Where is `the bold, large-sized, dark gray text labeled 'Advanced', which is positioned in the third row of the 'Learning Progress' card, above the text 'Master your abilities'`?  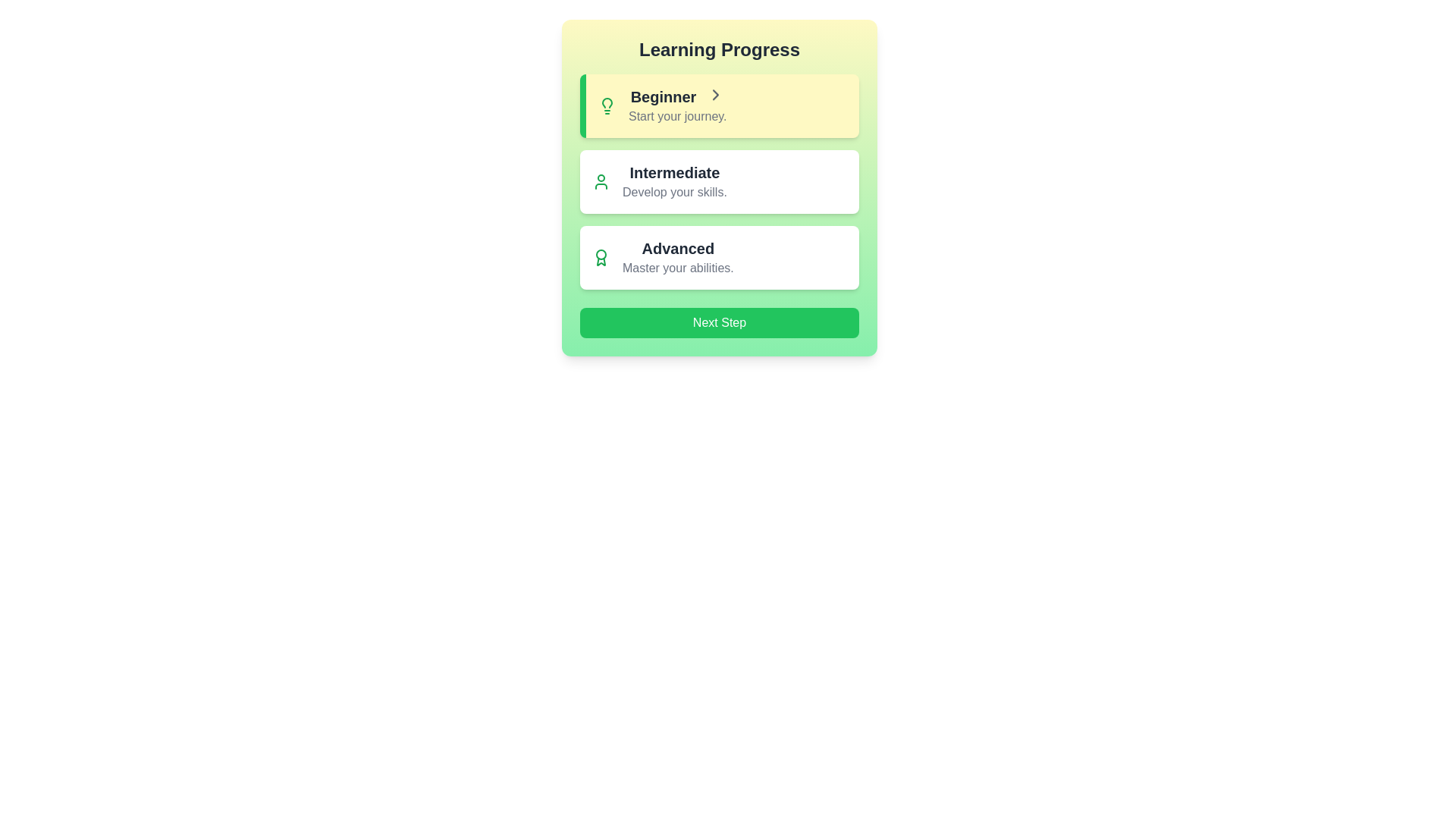 the bold, large-sized, dark gray text labeled 'Advanced', which is positioned in the third row of the 'Learning Progress' card, above the text 'Master your abilities' is located at coordinates (677, 247).